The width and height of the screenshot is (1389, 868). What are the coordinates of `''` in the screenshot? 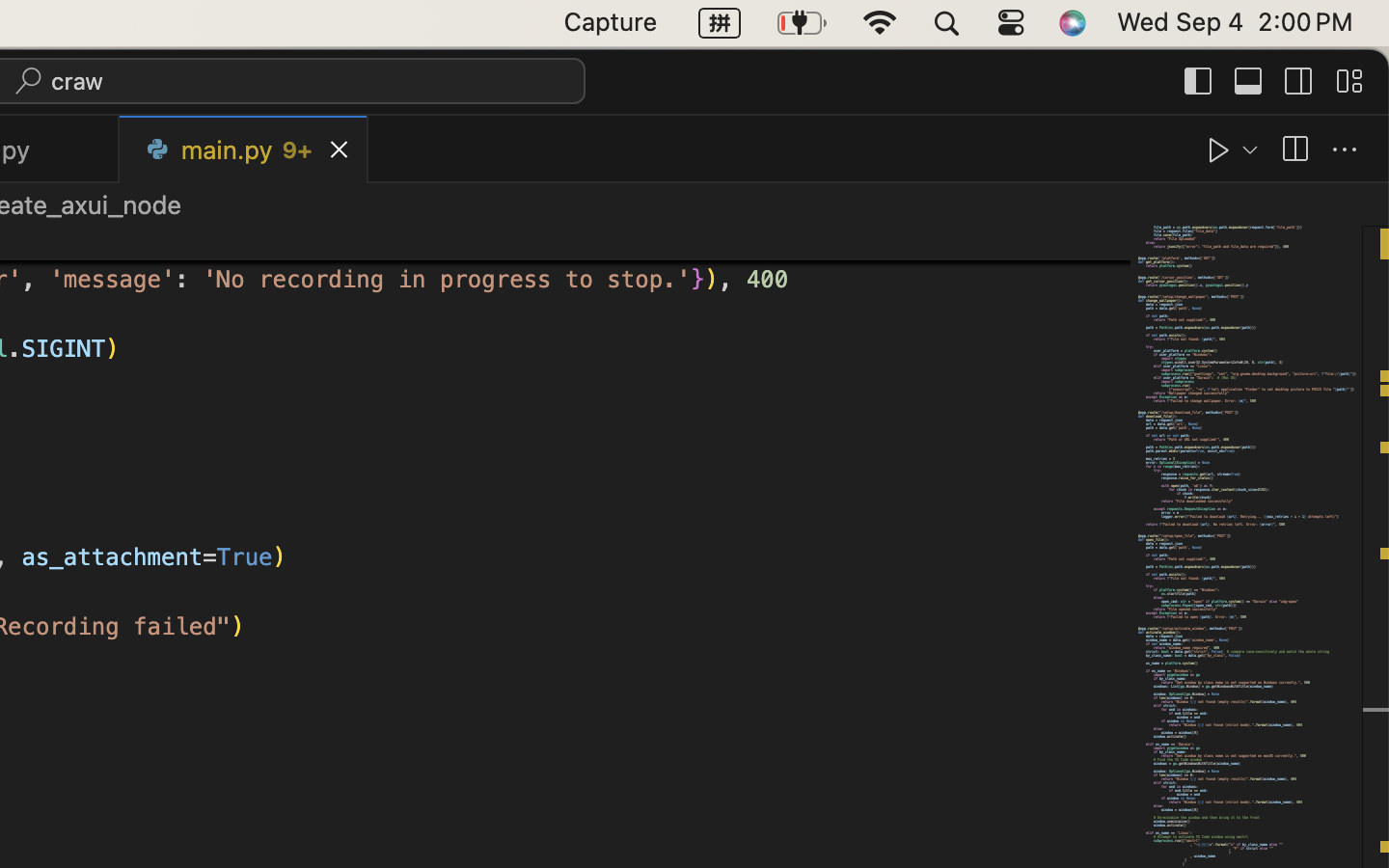 It's located at (1297, 79).